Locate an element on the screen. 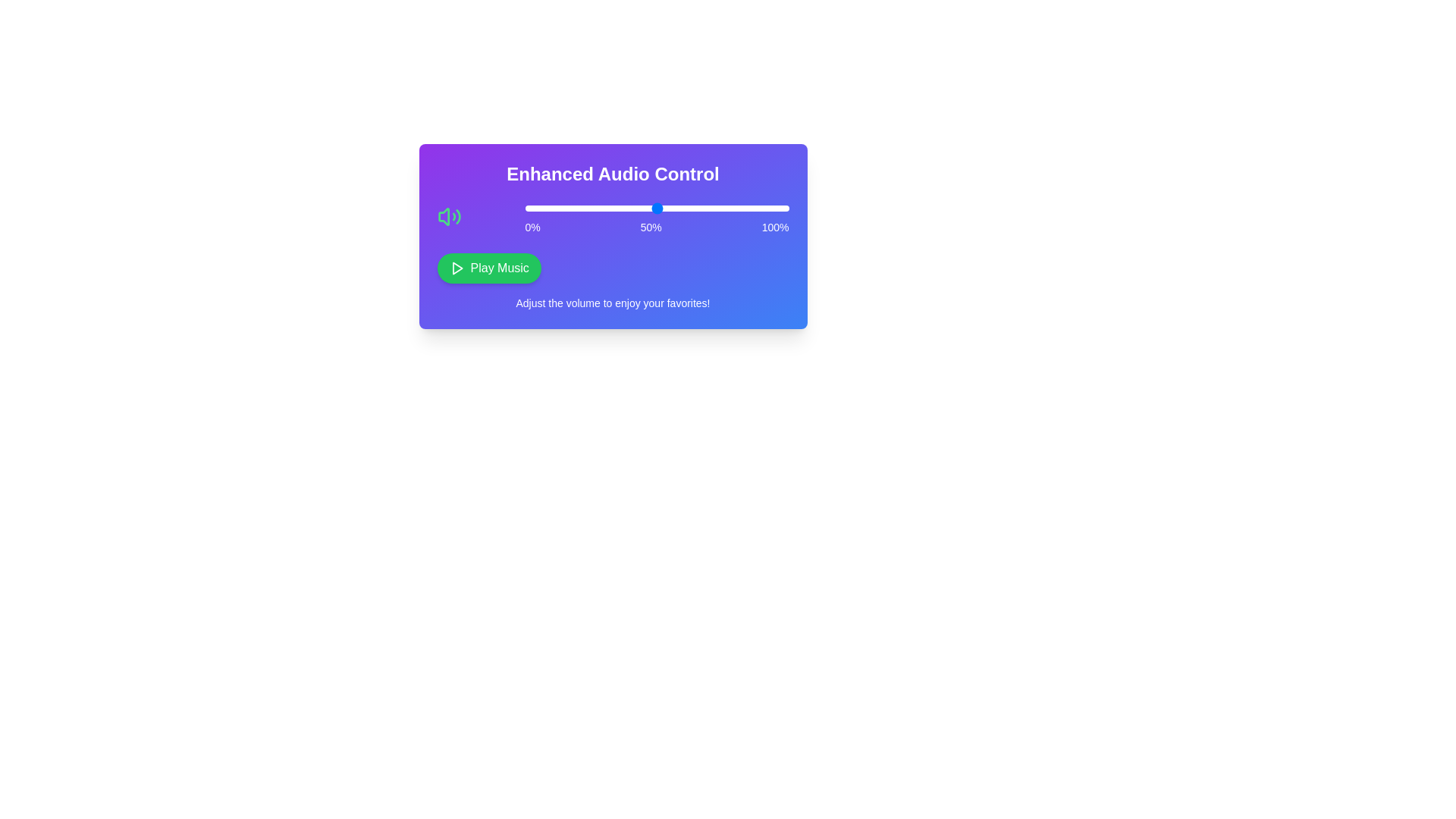 The image size is (1456, 819). the slider to set the volume to 84% is located at coordinates (746, 208).